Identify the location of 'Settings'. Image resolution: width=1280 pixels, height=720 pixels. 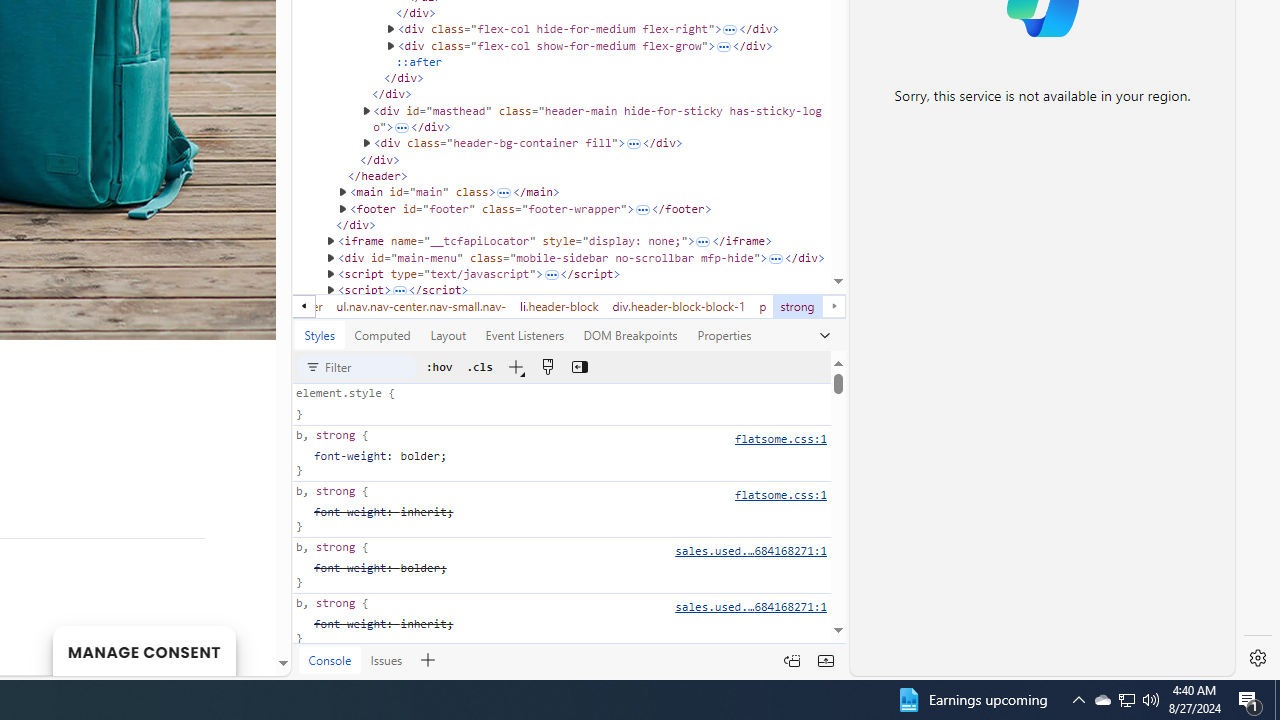
(1257, 658).